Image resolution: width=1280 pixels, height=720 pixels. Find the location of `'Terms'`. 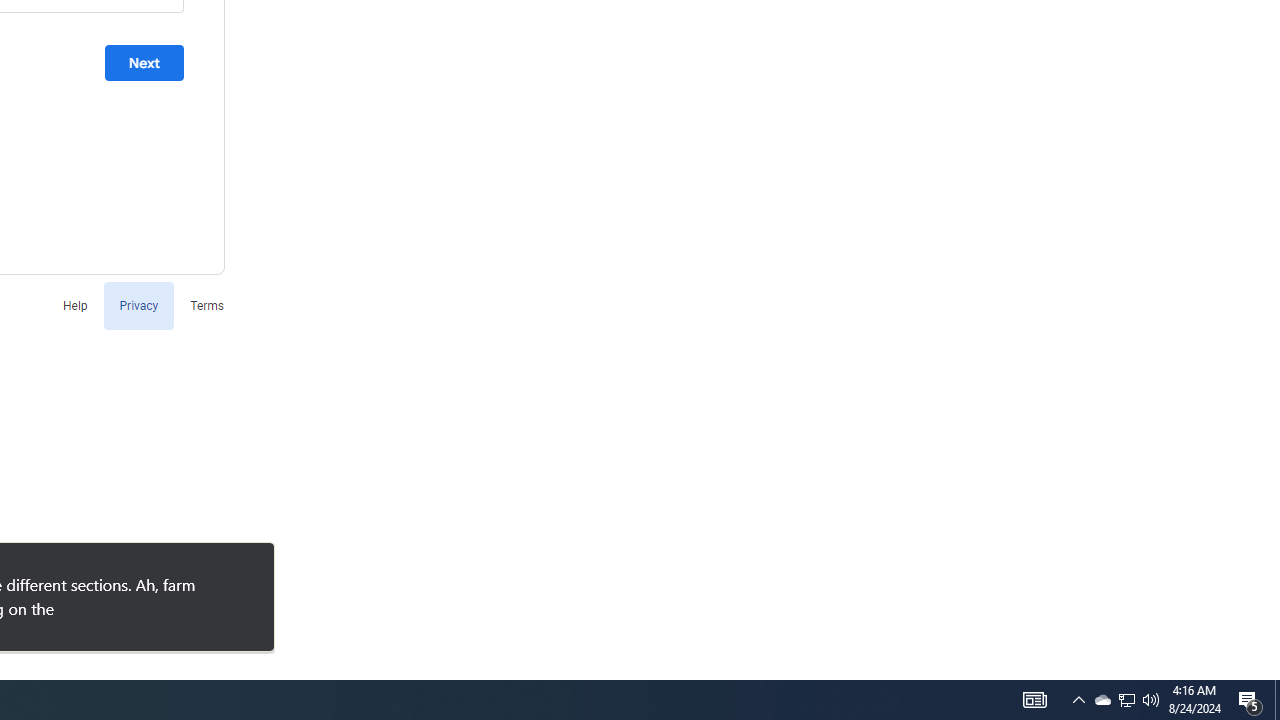

'Terms' is located at coordinates (207, 305).